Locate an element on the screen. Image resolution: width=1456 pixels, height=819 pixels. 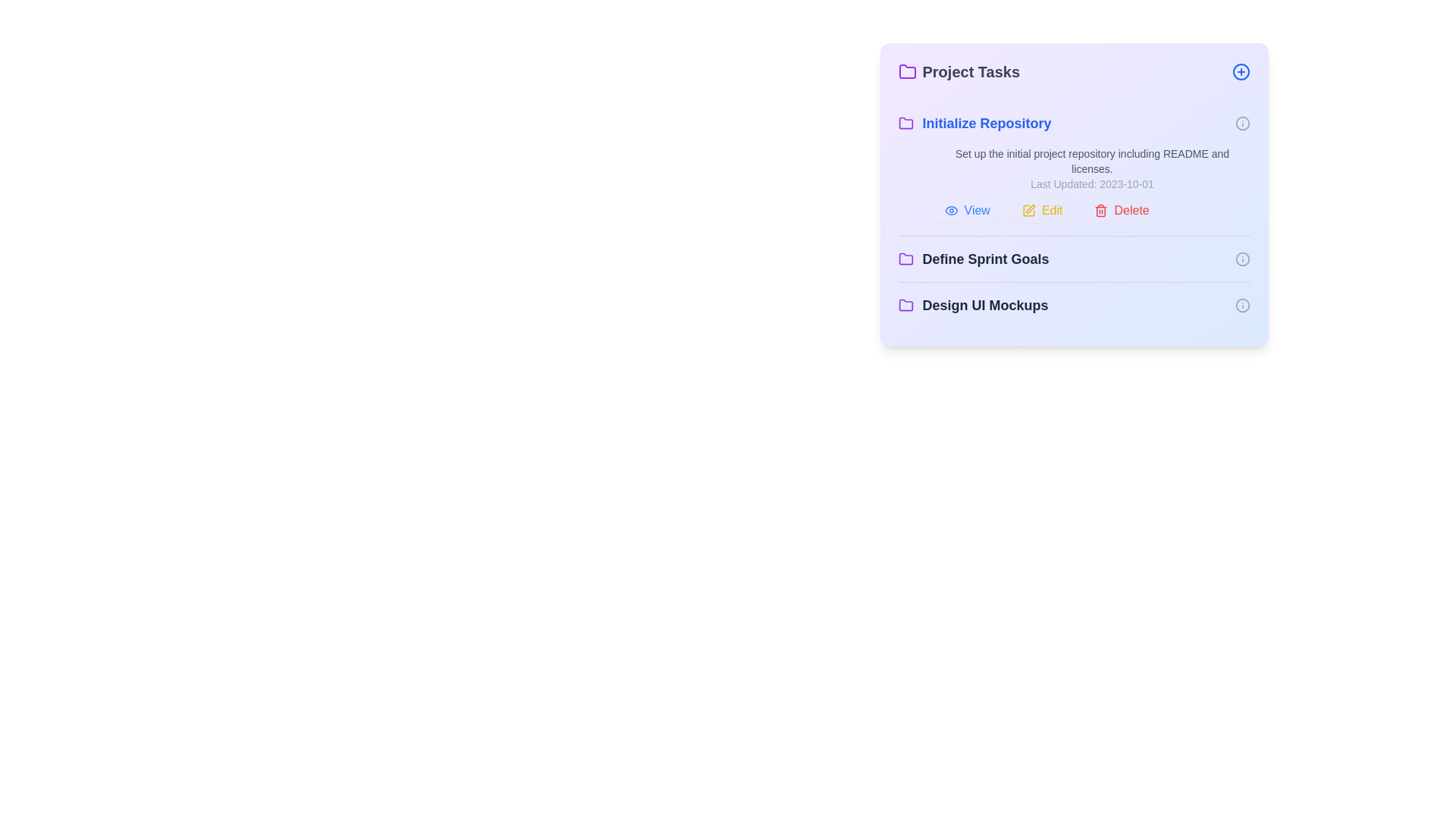
the label or link that represents defining sprint goals is located at coordinates (974, 259).